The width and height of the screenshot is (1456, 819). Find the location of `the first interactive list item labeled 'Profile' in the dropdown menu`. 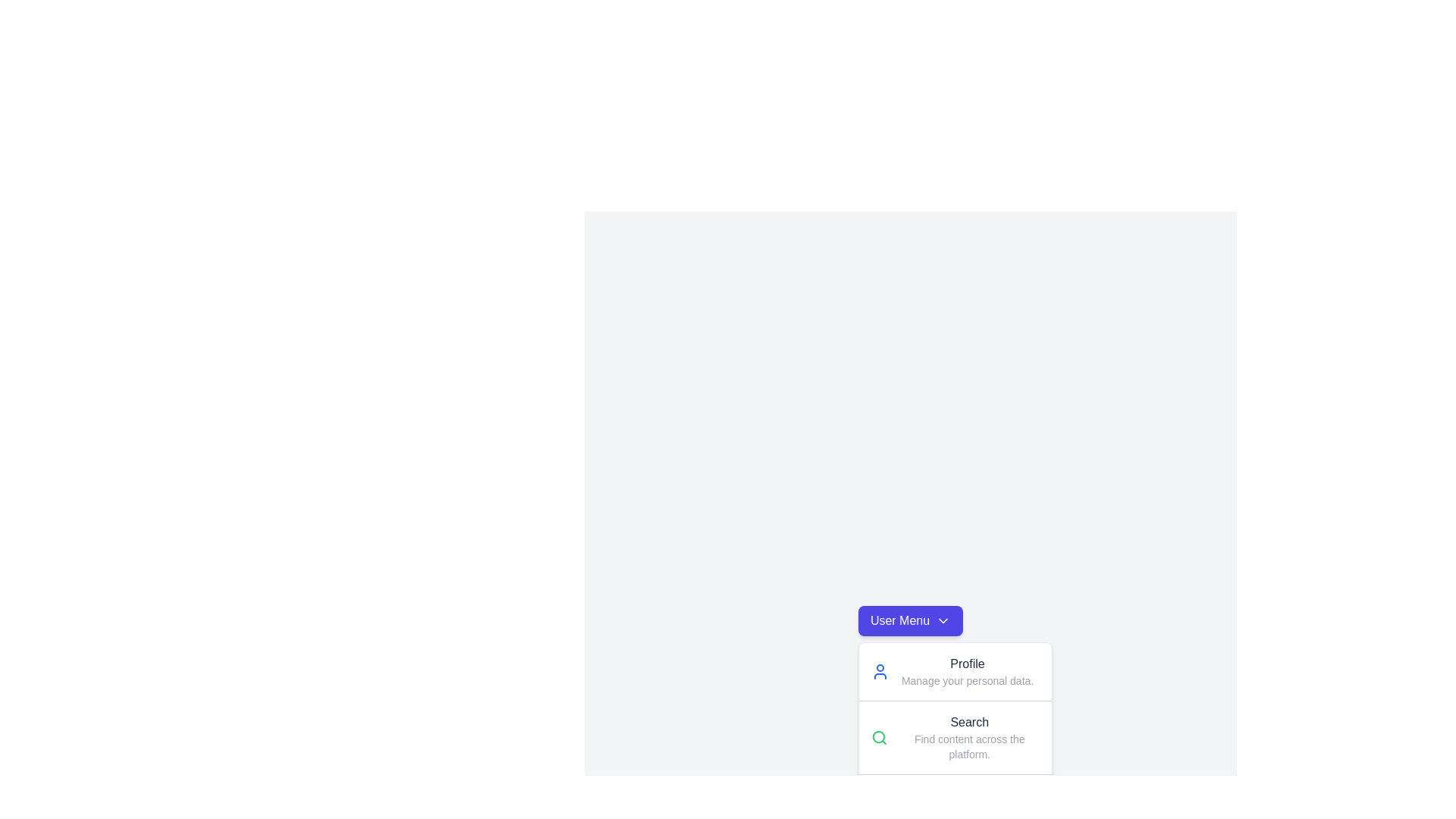

the first interactive list item labeled 'Profile' in the dropdown menu is located at coordinates (954, 671).